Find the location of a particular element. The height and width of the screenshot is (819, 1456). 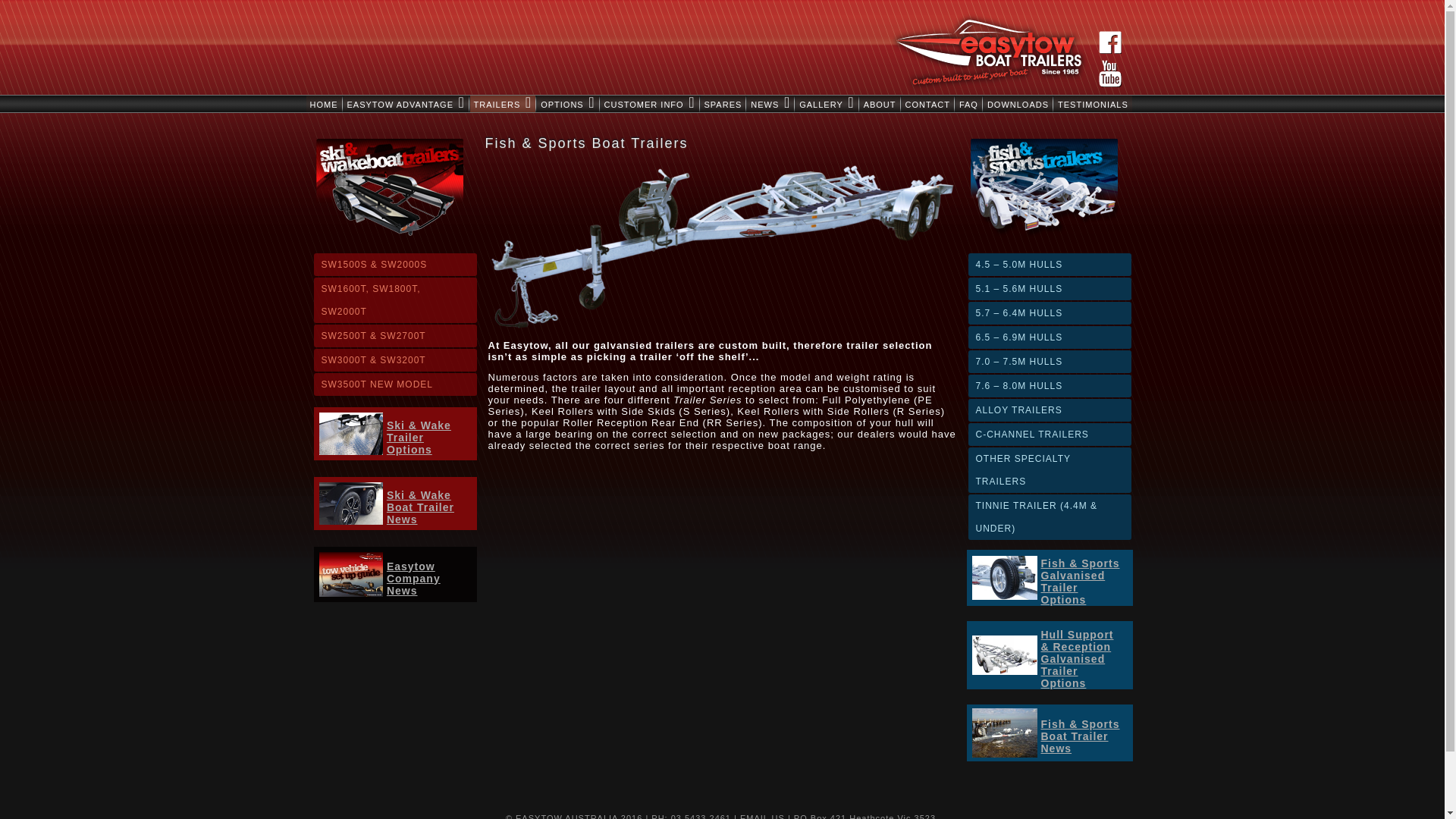

'Hull Support & Reception Galvanised Trailer Options' is located at coordinates (1040, 657).